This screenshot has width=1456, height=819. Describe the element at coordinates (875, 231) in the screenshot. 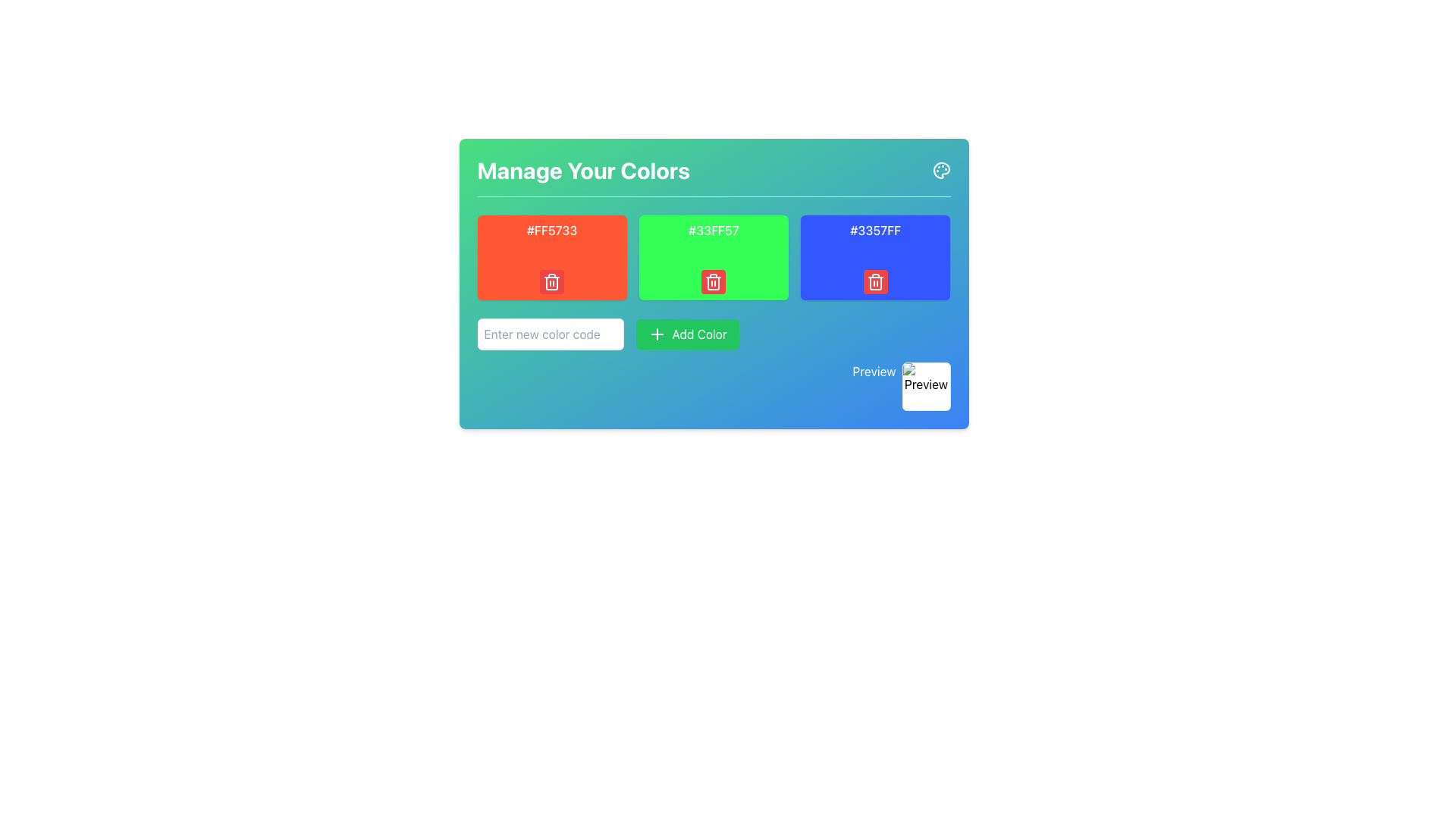

I see `the text label displaying '#3357FF', which is styled with a white font color and medium weight, located at the top of a blue background card, positioned above a red button with a trash icon` at that location.